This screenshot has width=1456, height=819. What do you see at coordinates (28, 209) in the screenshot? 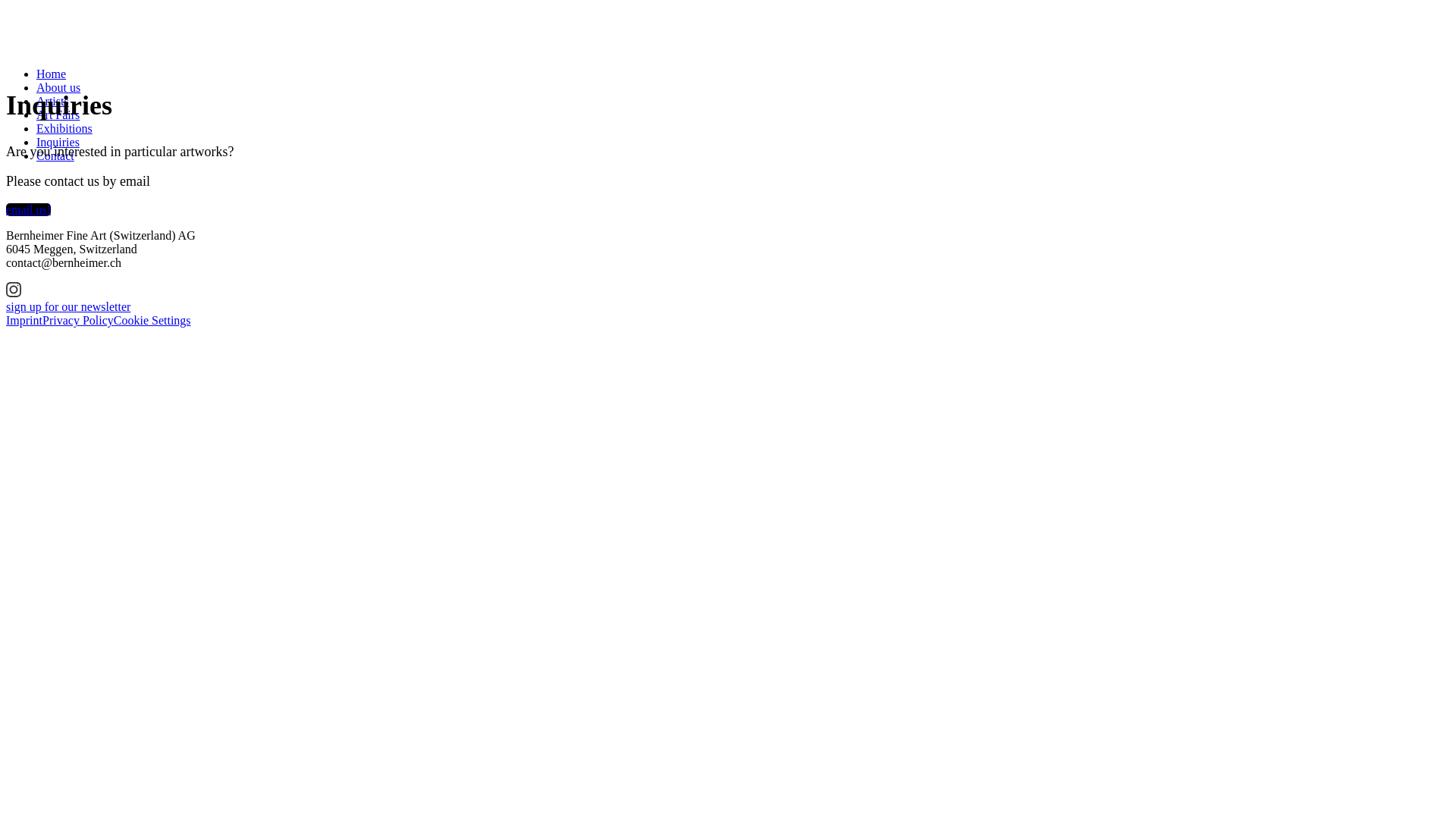
I see `'email us!'` at bounding box center [28, 209].